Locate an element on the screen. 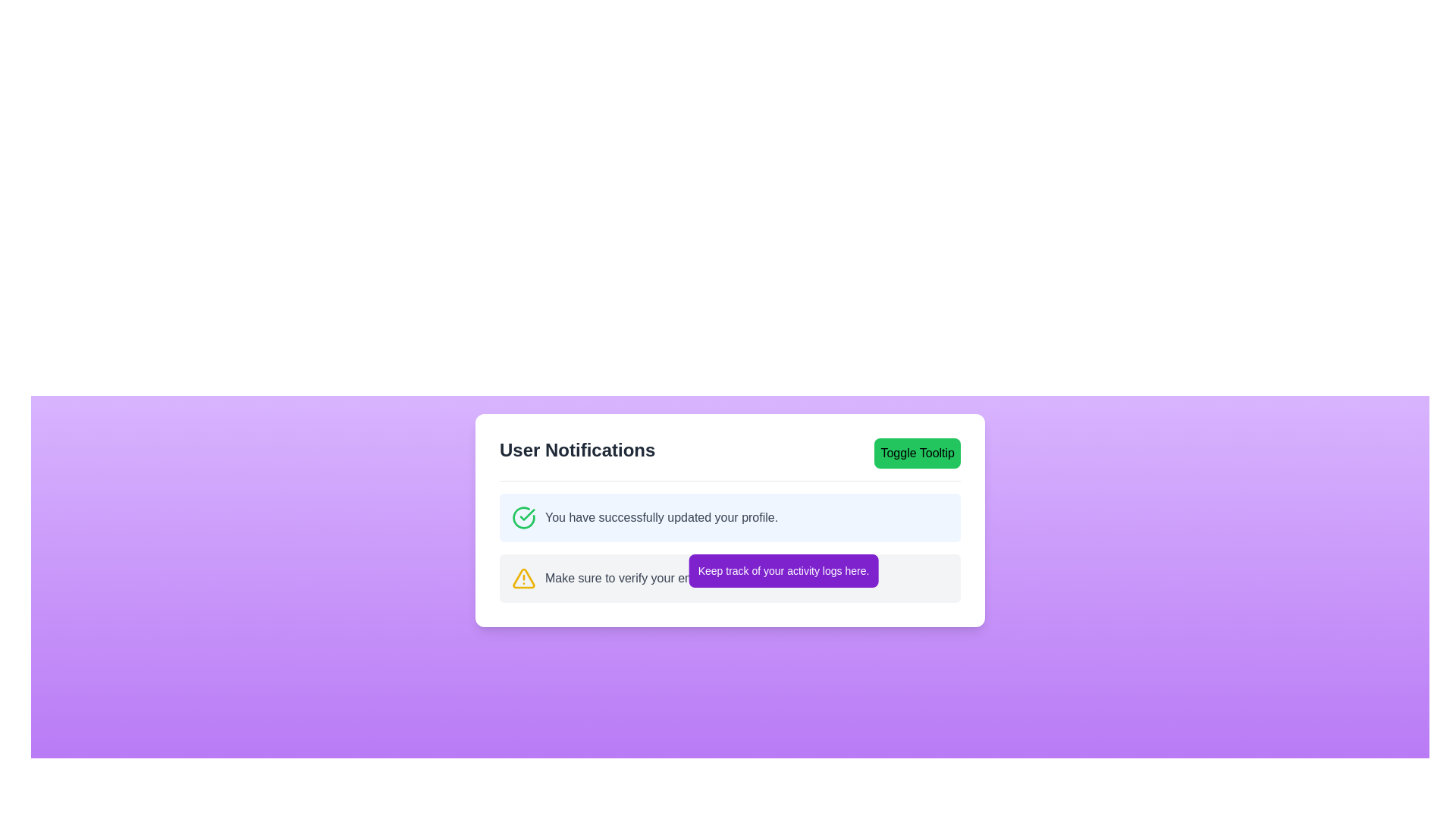  visual styling of the success SVG Icon located to the left of the text 'You have successfully updated your profile.' in the notification panel is located at coordinates (524, 516).